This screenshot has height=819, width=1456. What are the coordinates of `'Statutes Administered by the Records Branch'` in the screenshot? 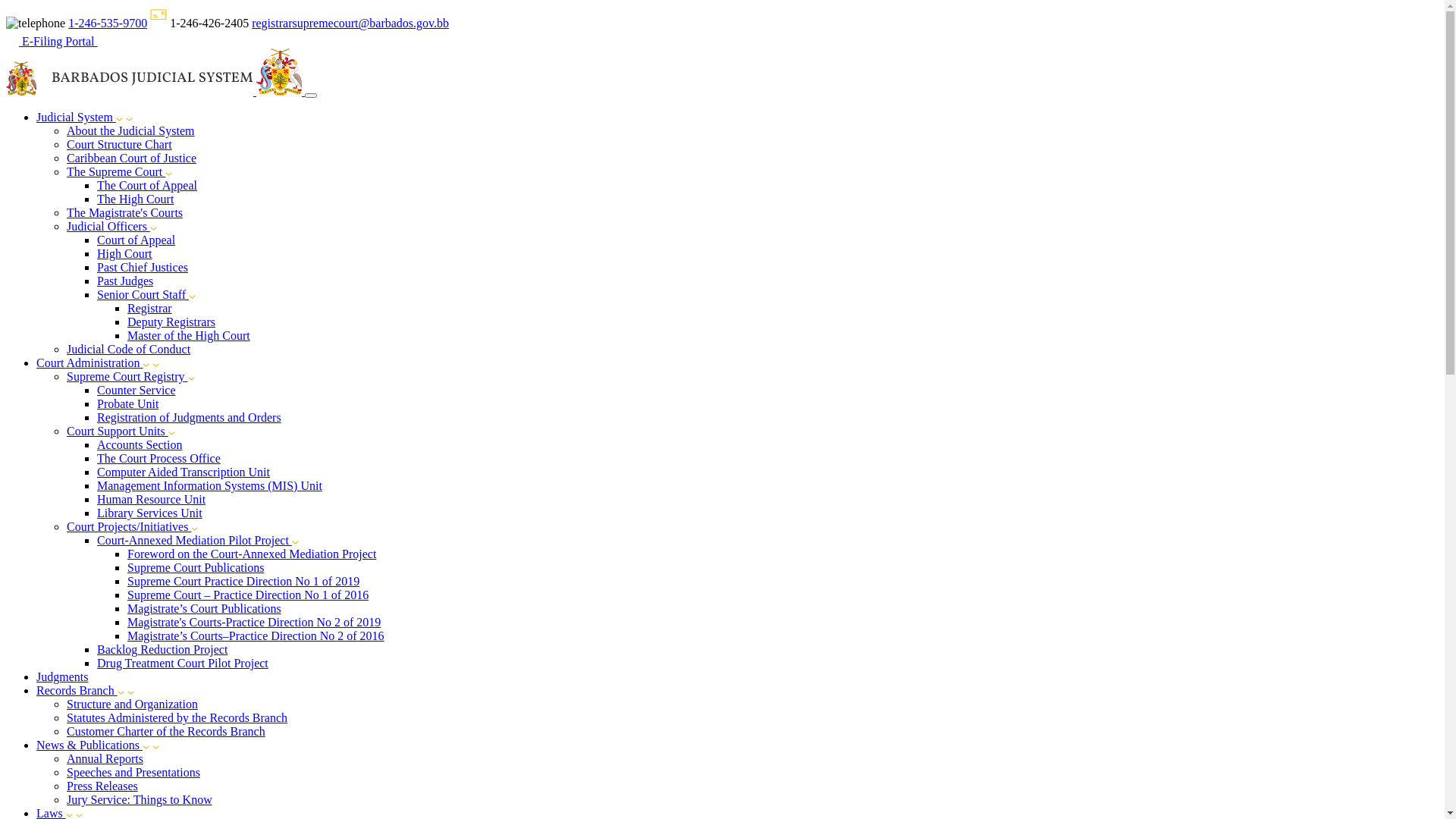 It's located at (177, 717).